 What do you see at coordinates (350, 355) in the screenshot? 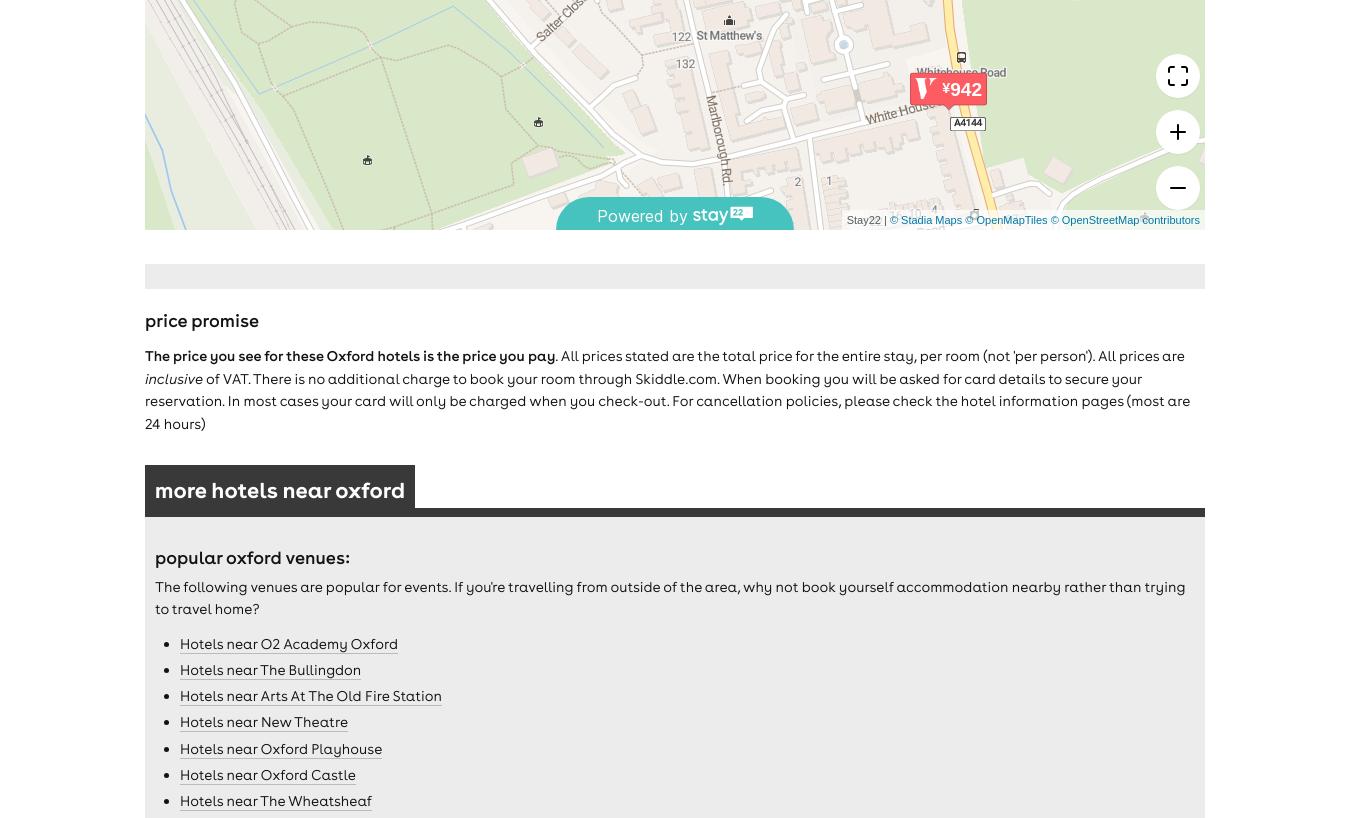
I see `'The price you see for these Oxford hotels is the price you pay'` at bounding box center [350, 355].